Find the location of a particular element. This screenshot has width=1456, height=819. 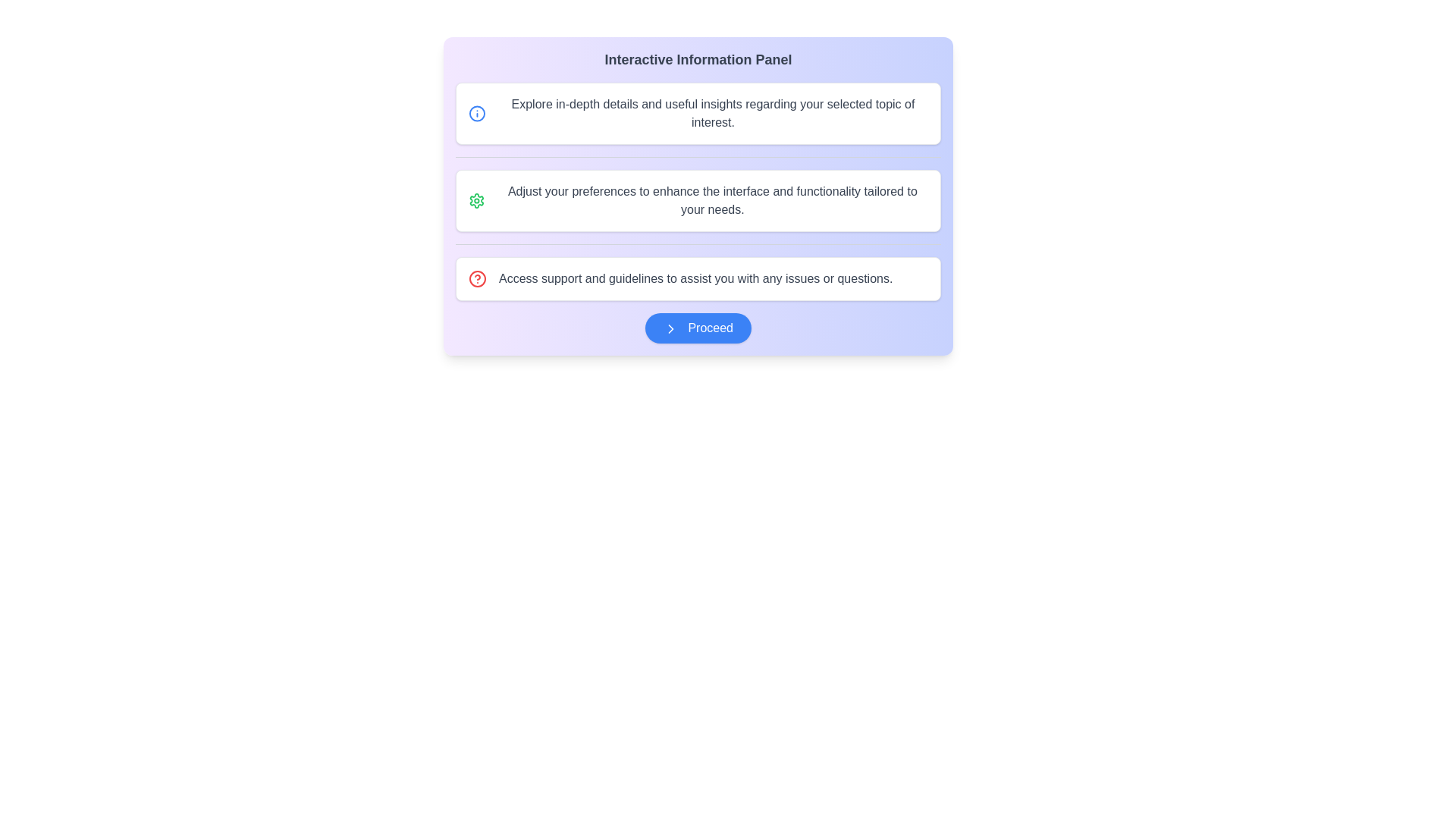

descriptive text from the second interactive Informational Box located between the 'Explore in-depth details and useful insights' box and the 'Access support and guidelines to assist you' box is located at coordinates (698, 200).